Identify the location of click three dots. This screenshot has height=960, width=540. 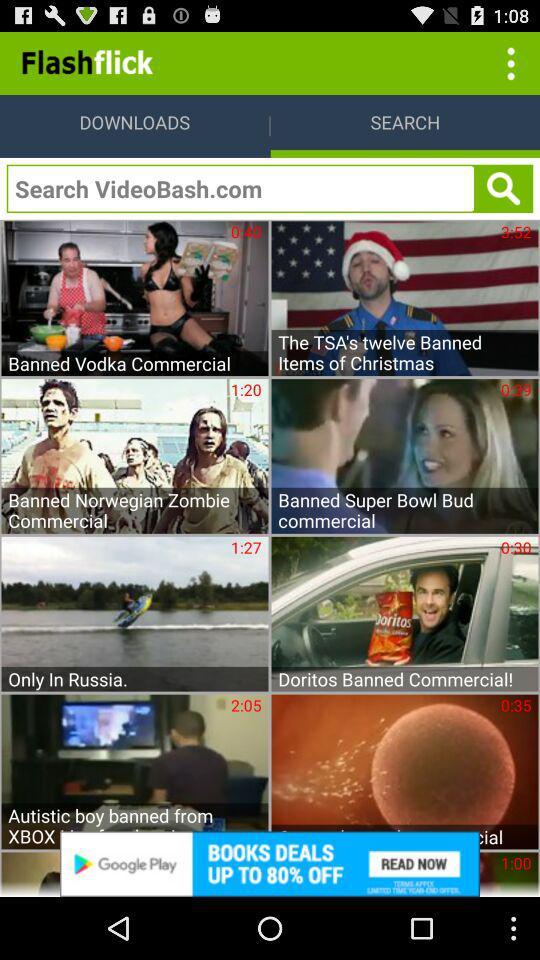
(508, 62).